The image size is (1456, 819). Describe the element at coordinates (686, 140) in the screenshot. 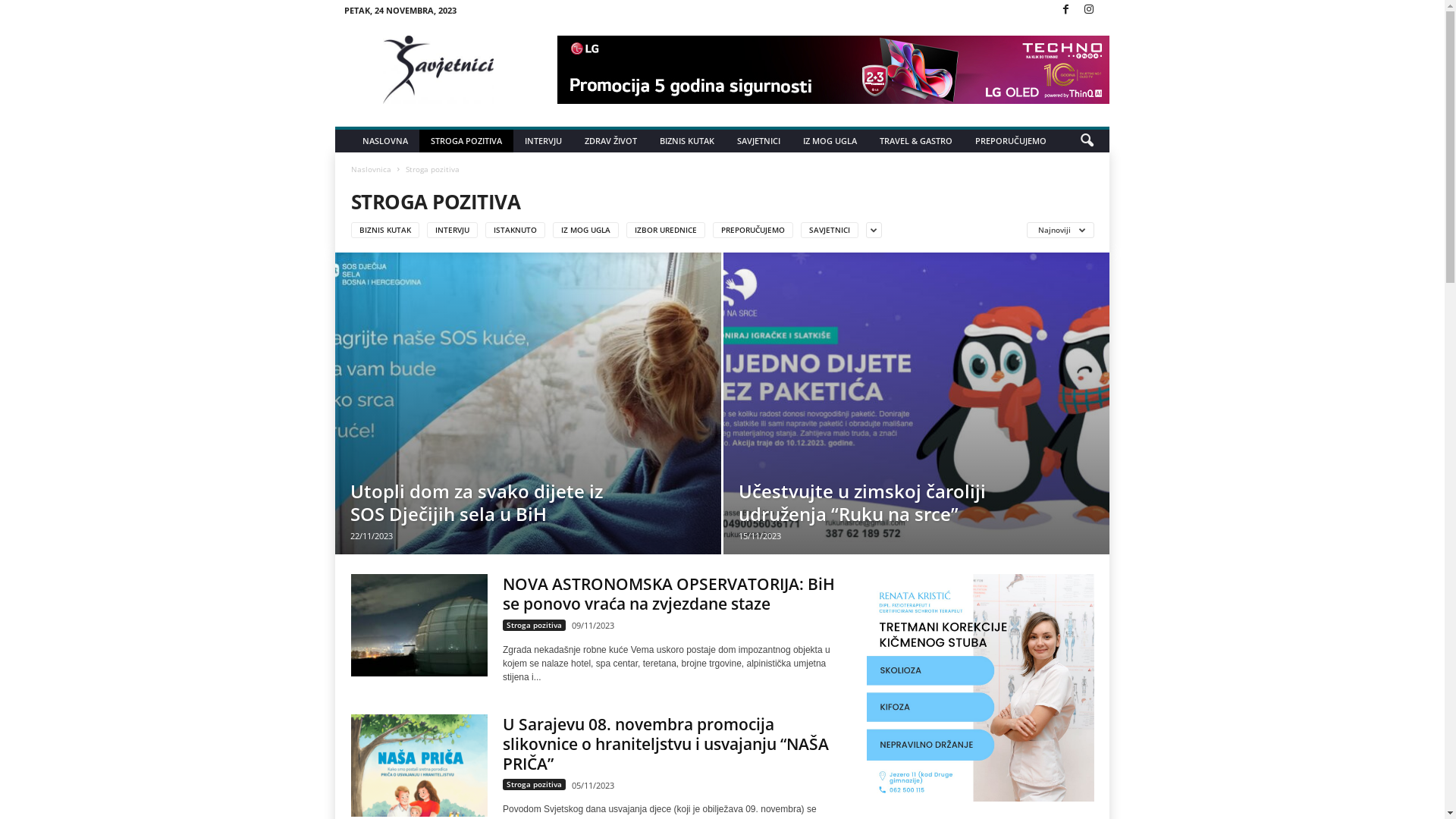

I see `'BIZNIS KUTAK'` at that location.